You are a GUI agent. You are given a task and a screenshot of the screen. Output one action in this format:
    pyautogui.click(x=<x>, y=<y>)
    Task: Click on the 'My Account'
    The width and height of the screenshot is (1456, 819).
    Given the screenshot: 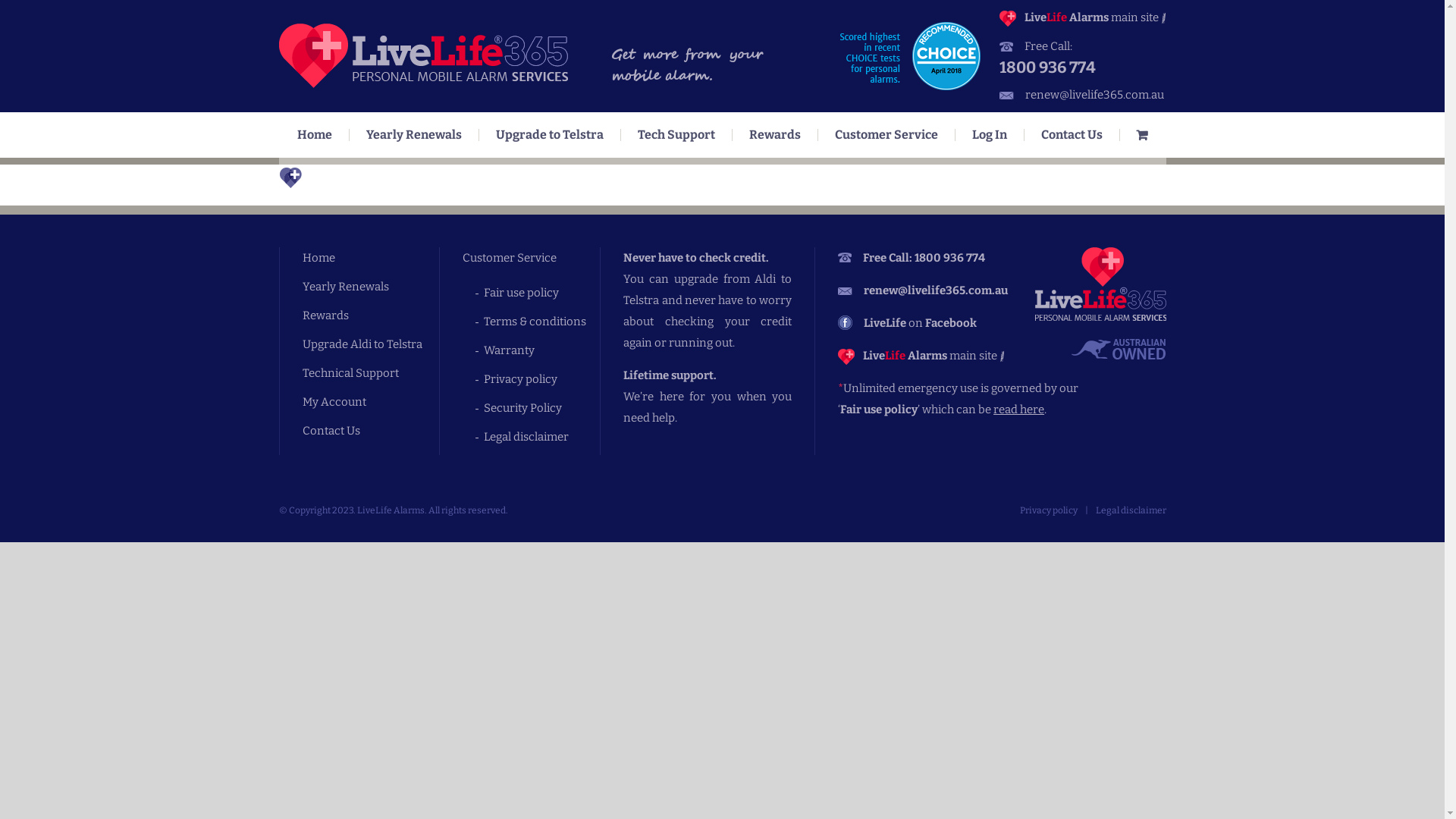 What is the action you would take?
    pyautogui.click(x=370, y=400)
    